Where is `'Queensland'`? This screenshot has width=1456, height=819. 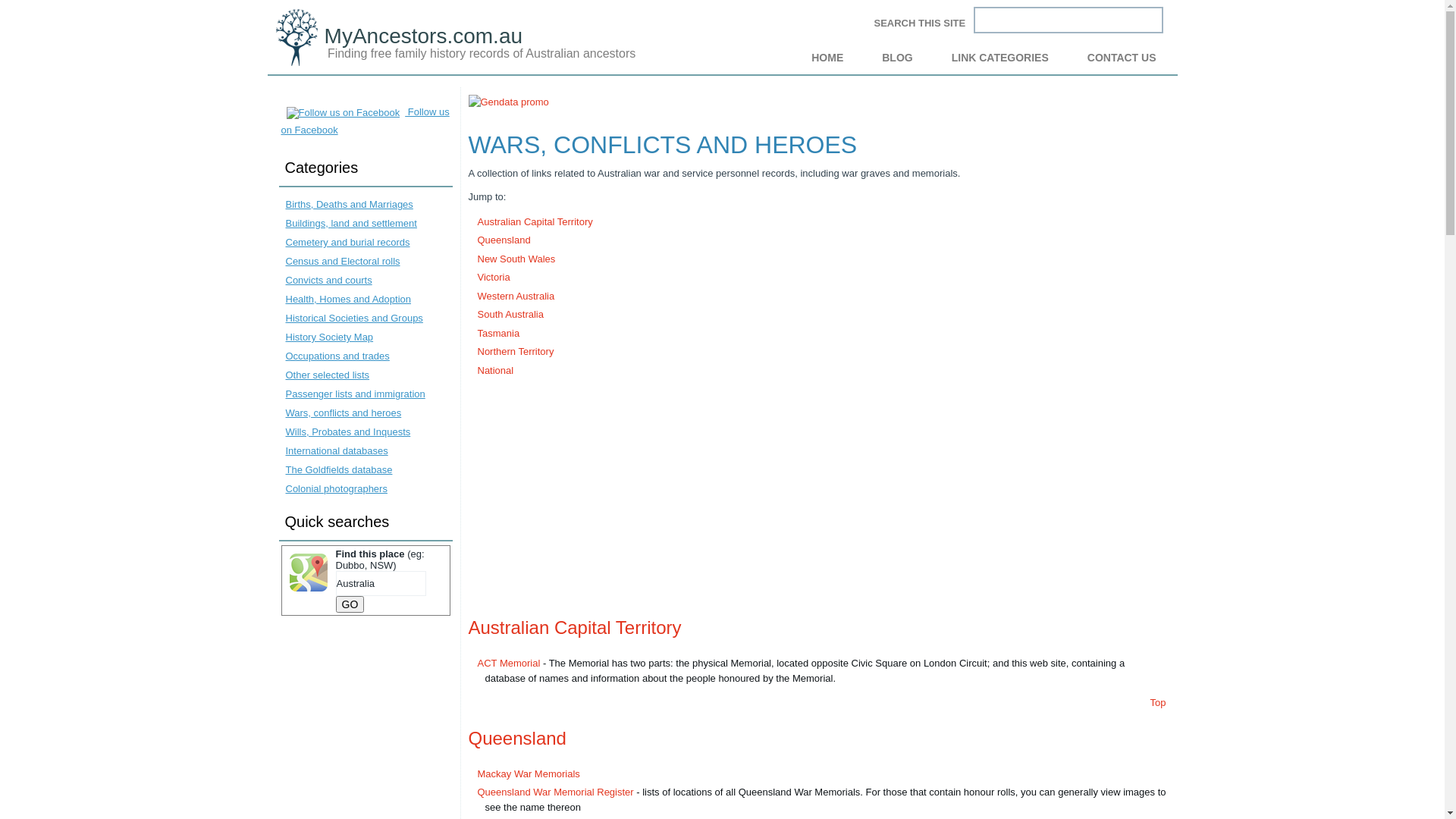 'Queensland' is located at coordinates (476, 239).